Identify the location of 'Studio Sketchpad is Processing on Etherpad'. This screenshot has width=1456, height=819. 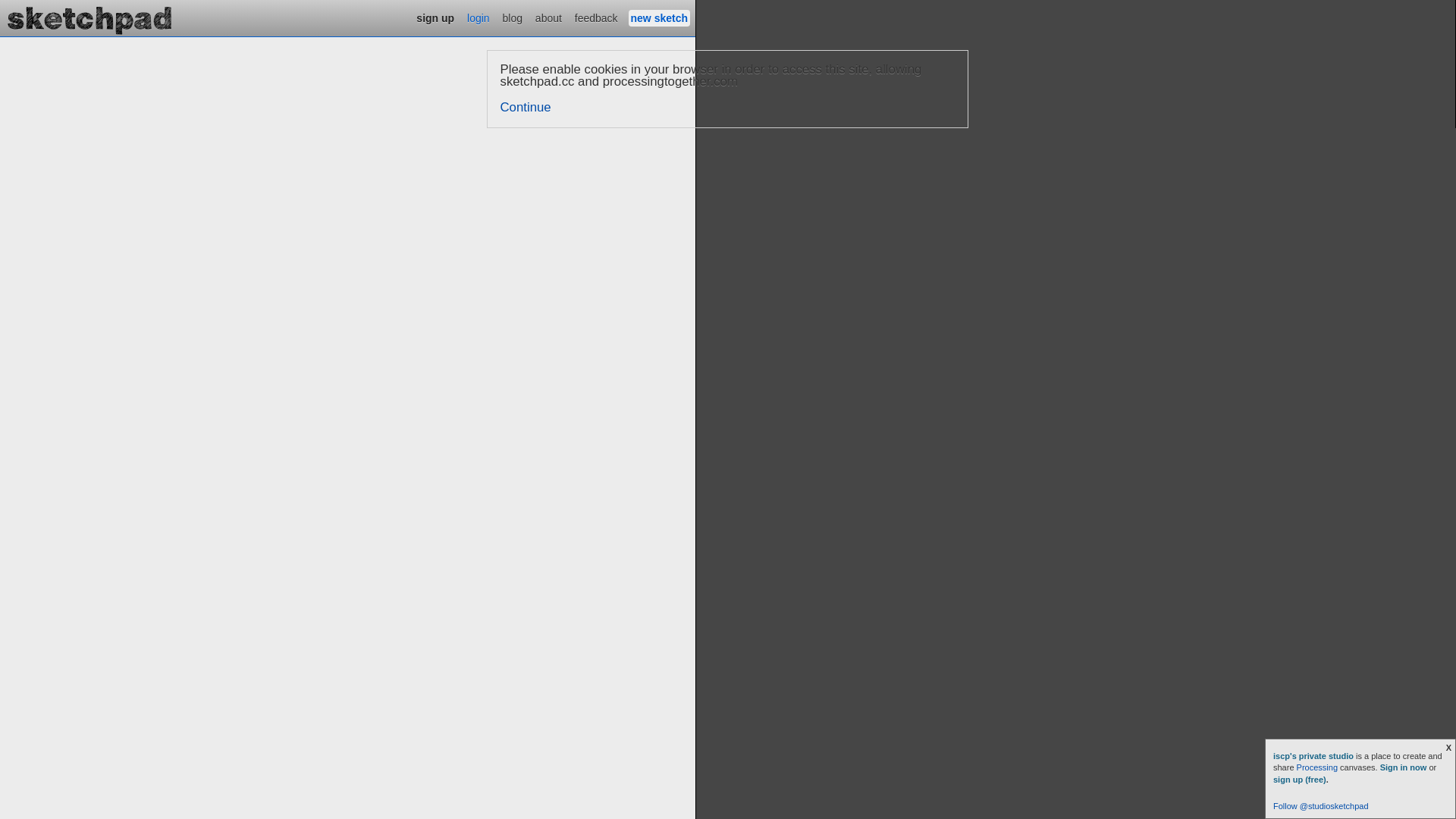
(89, 17).